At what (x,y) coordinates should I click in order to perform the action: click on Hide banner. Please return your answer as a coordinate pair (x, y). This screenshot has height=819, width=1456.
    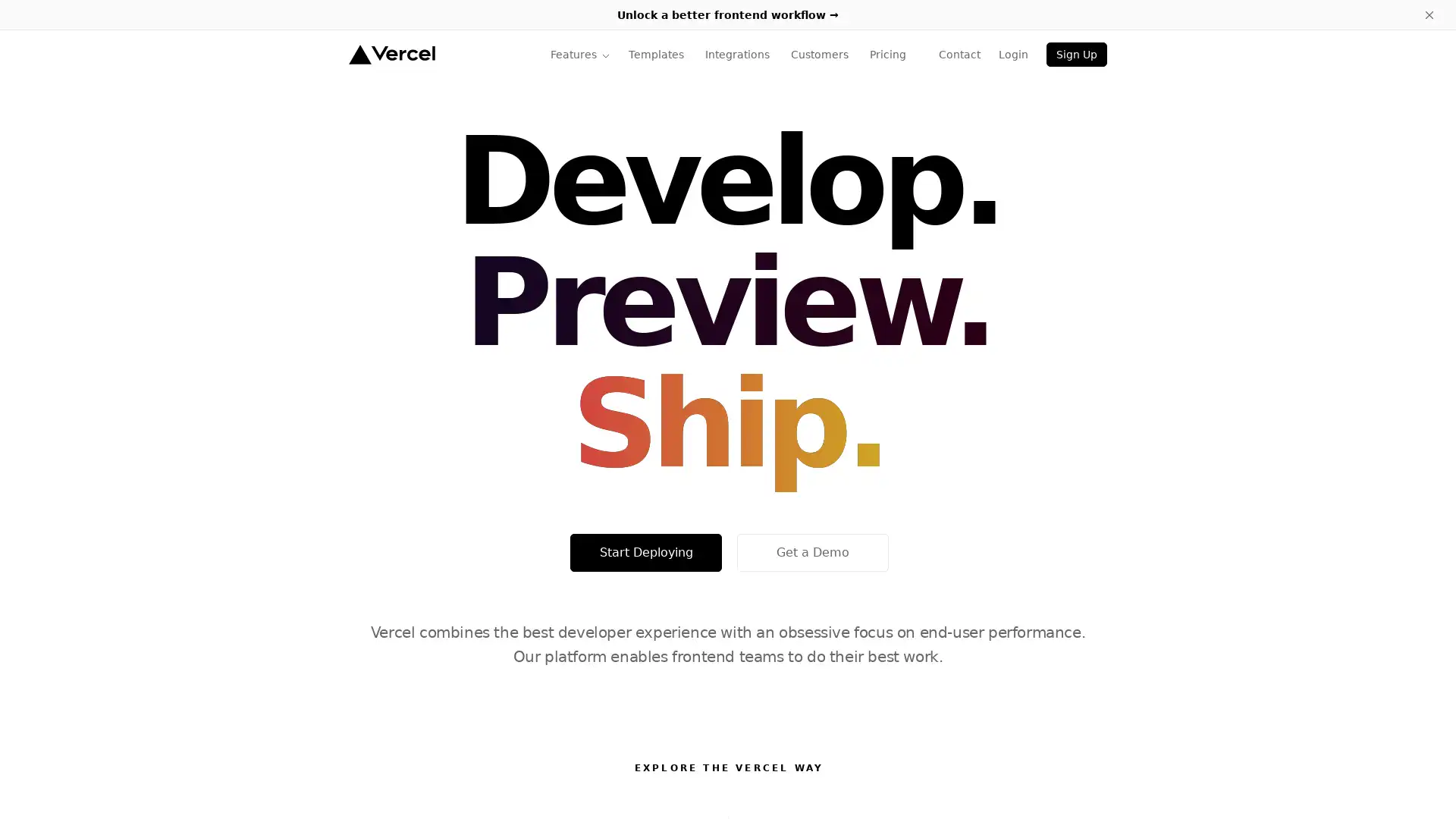
    Looking at the image, I should click on (1429, 14).